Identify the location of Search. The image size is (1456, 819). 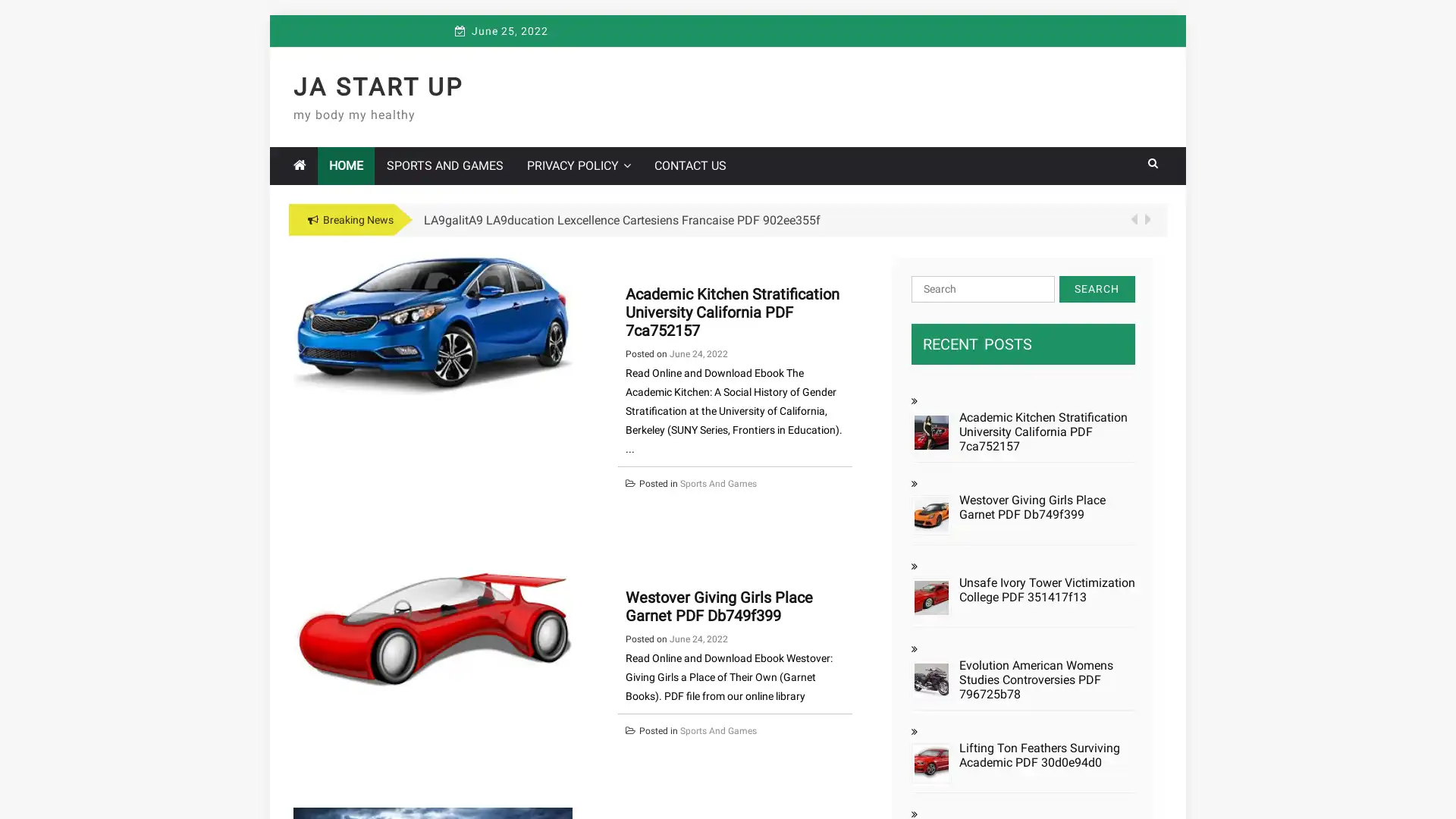
(1096, 288).